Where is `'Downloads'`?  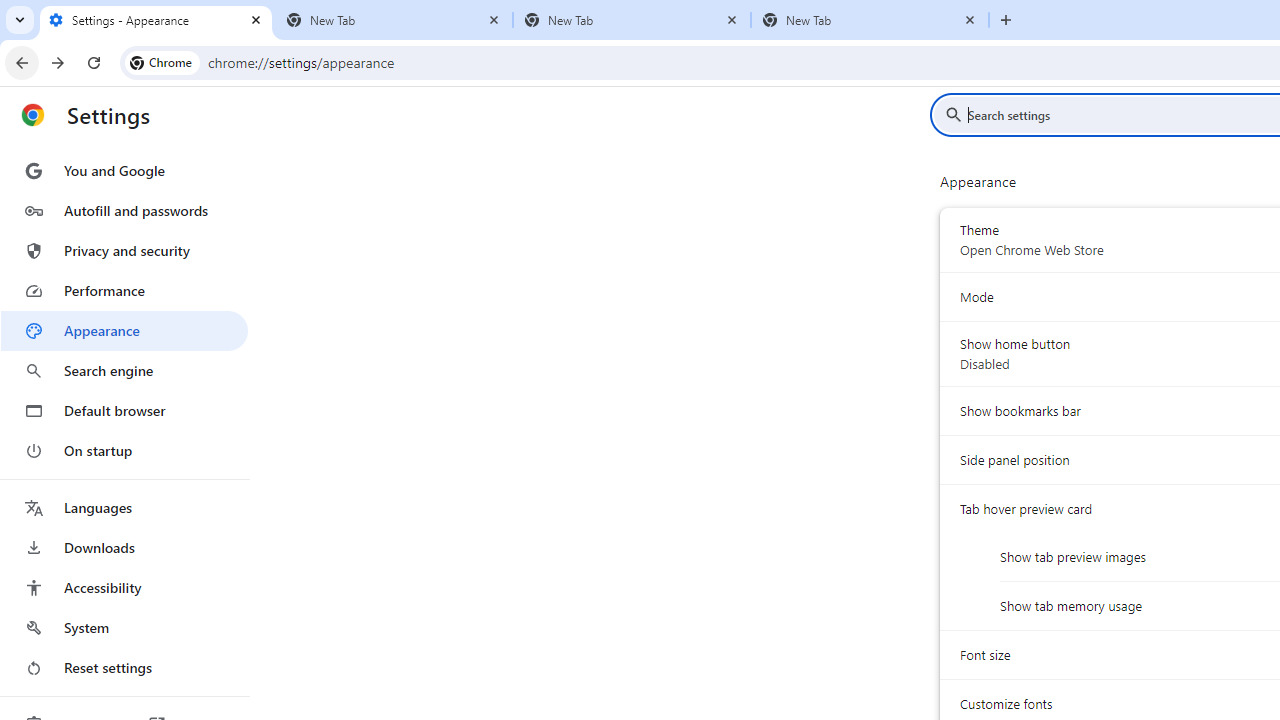 'Downloads' is located at coordinates (123, 547).